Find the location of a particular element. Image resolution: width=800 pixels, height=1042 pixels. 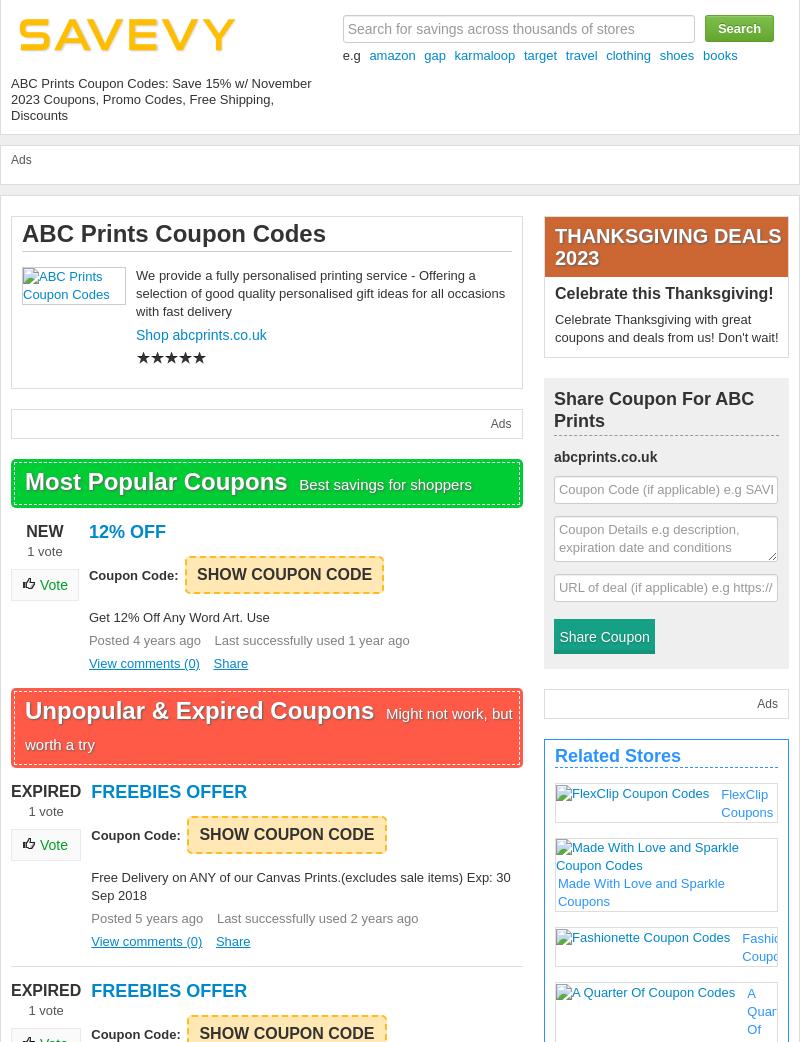

'abcprints.co.uk' is located at coordinates (553, 457).